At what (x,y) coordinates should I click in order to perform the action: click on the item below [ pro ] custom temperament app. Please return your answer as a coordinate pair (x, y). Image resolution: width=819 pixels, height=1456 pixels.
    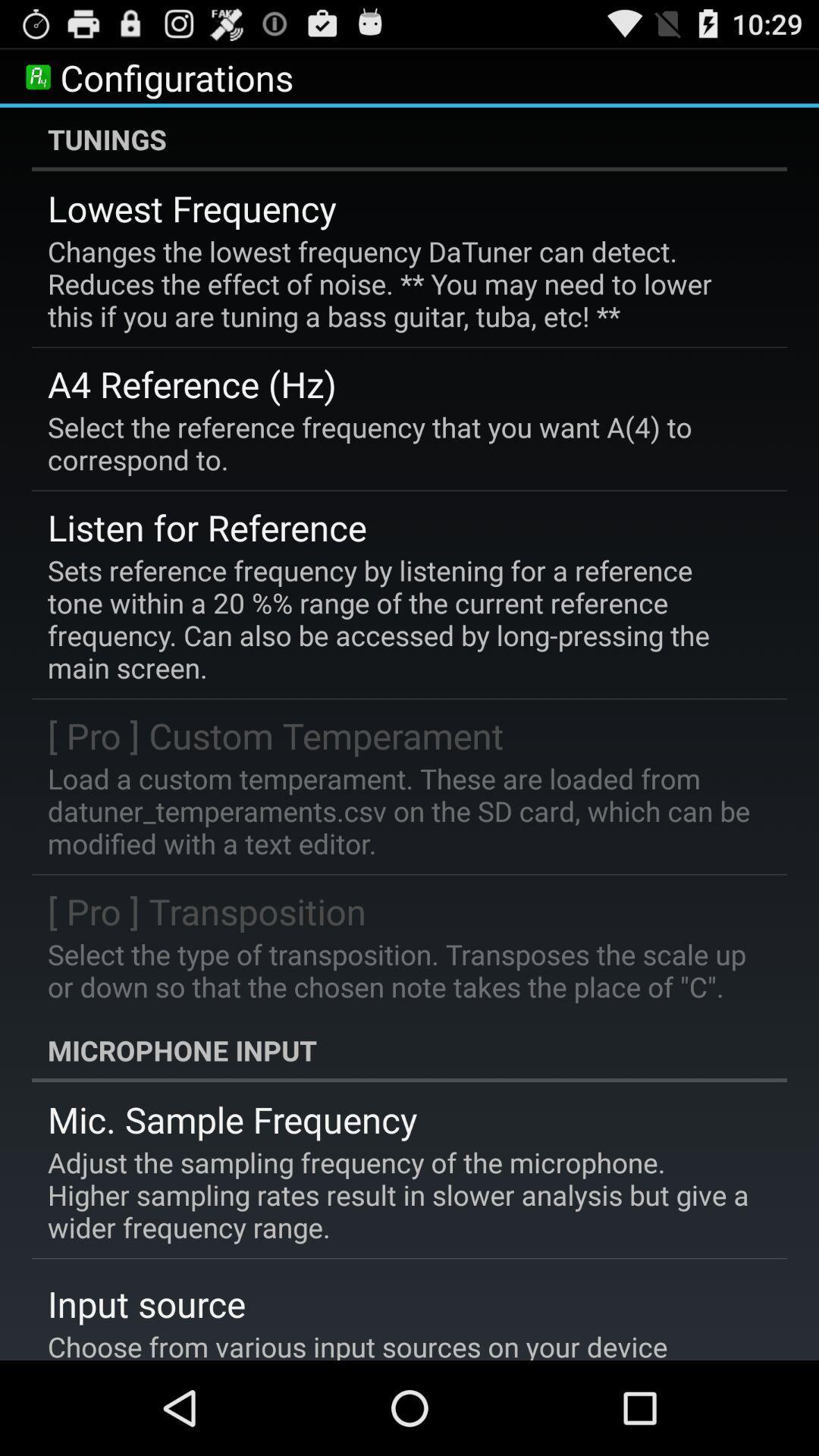
    Looking at the image, I should click on (398, 810).